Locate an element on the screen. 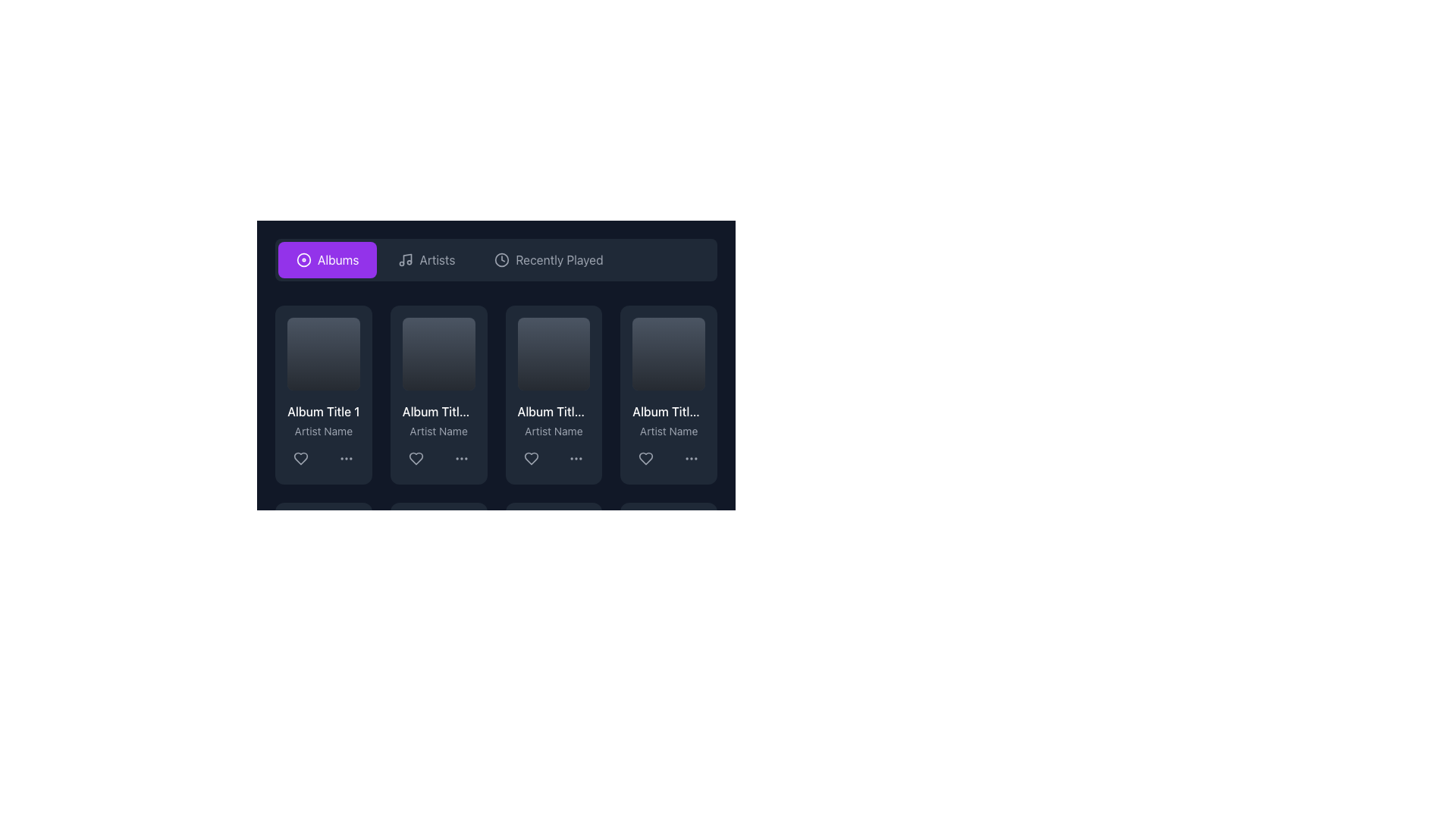 The height and width of the screenshot is (819, 1456). the static text label displaying 'Artist Name' located beneath the title 'Album Title 3' in the third album card is located at coordinates (553, 431).